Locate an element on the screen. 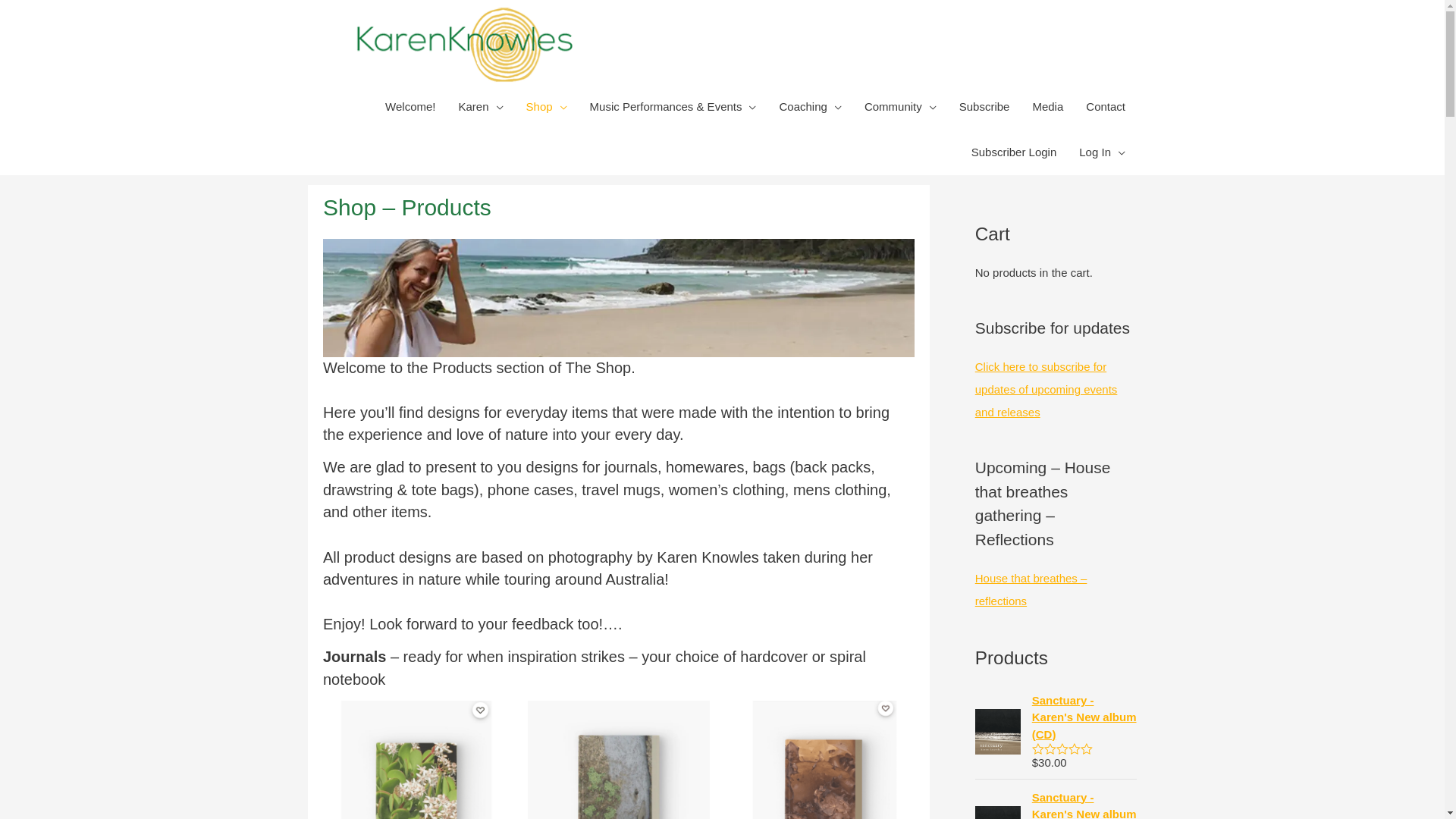 Image resolution: width=1456 pixels, height=819 pixels. 'Community' is located at coordinates (852, 106).